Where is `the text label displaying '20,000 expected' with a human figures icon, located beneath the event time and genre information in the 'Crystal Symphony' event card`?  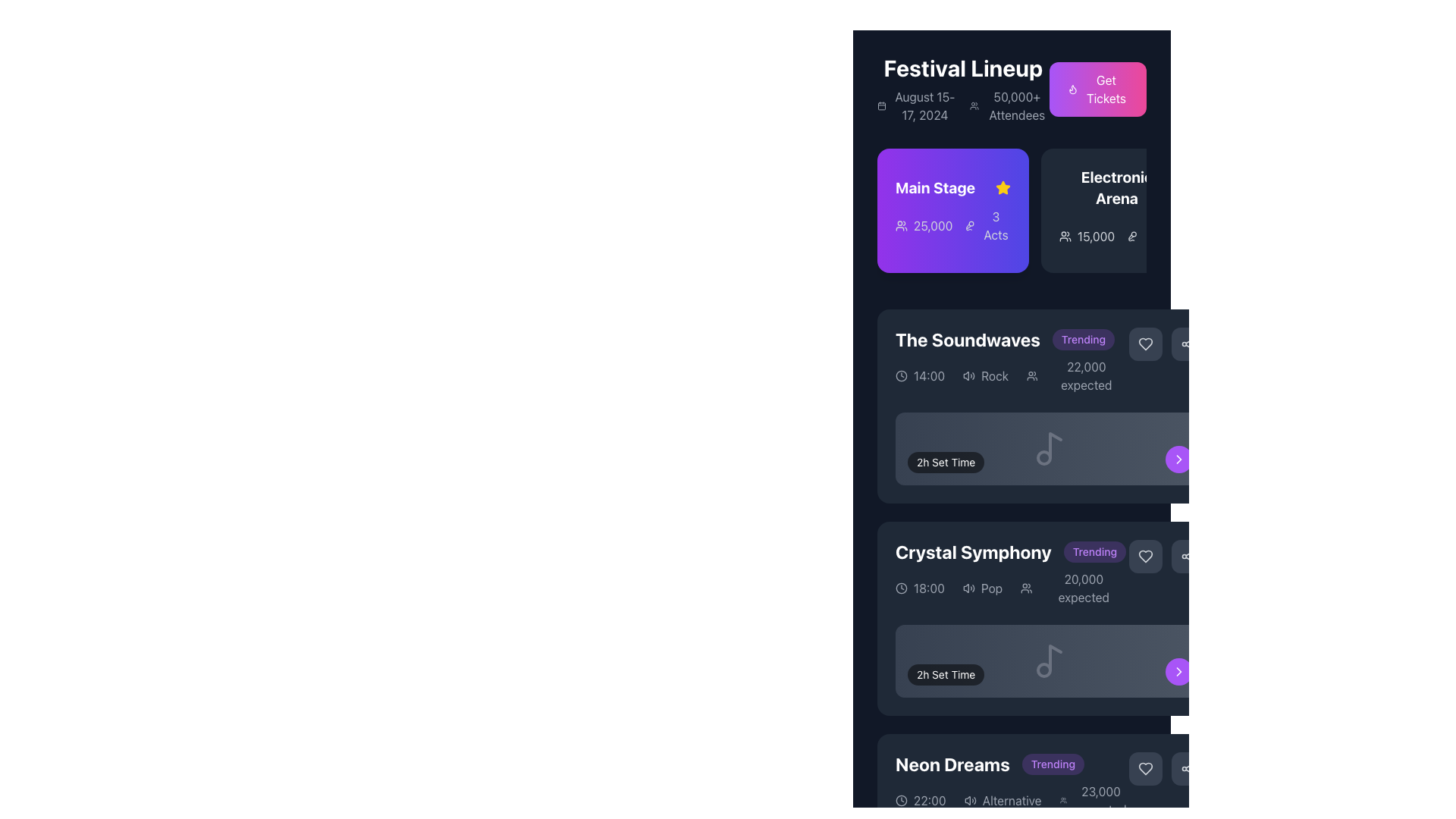 the text label displaying '20,000 expected' with a human figures icon, located beneath the event time and genre information in the 'Crystal Symphony' event card is located at coordinates (1074, 587).